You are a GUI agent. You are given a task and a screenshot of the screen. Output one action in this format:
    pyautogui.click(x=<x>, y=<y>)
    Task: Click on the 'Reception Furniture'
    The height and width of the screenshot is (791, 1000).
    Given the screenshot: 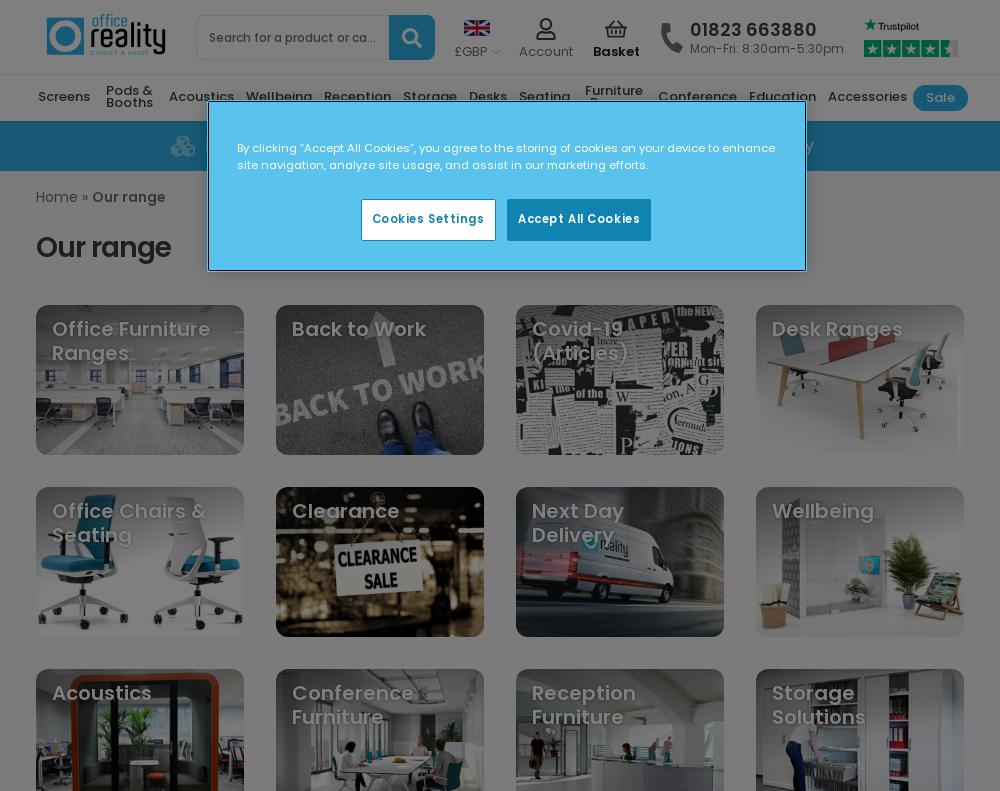 What is the action you would take?
    pyautogui.click(x=583, y=702)
    